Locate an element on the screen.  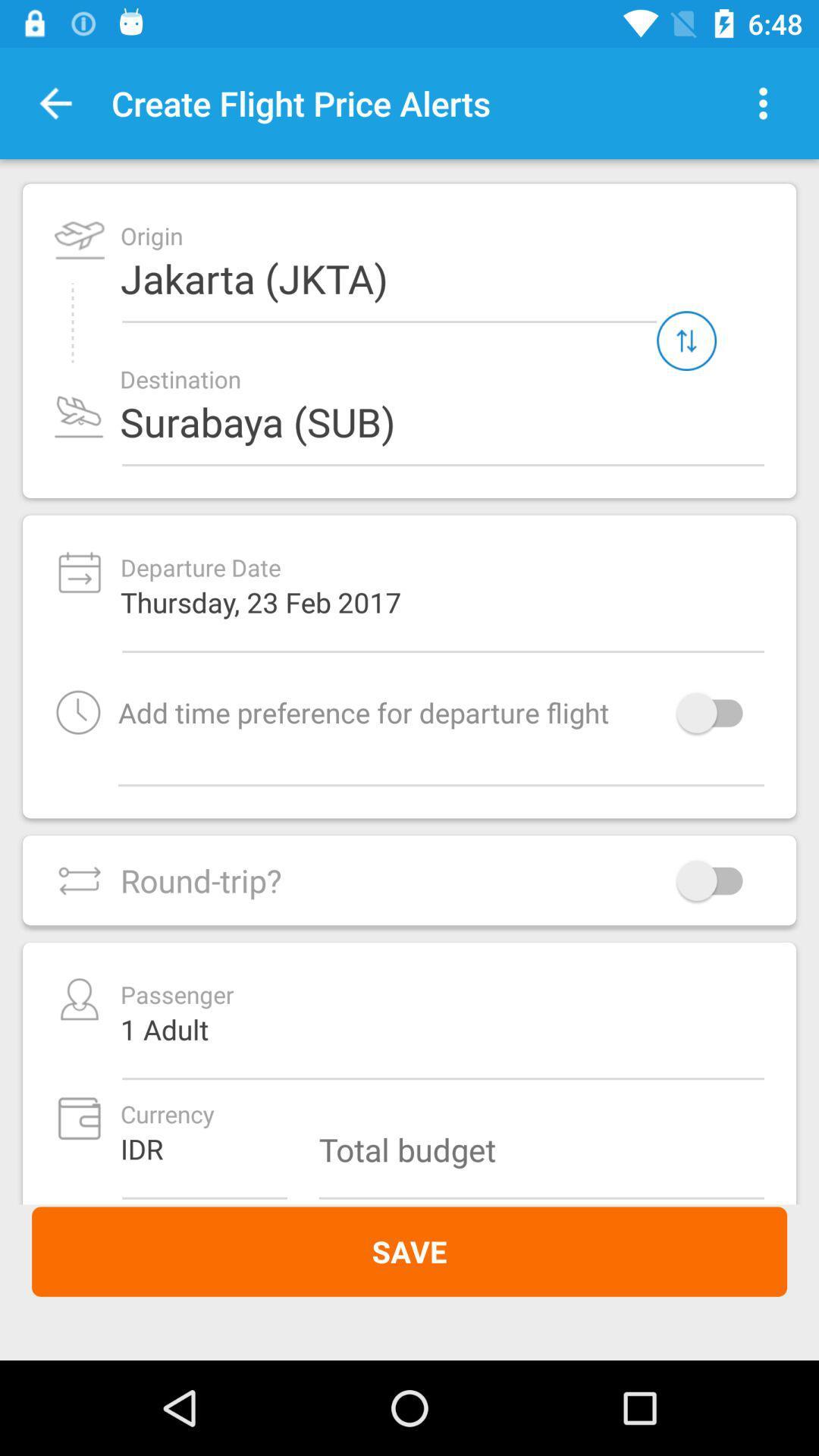
round trip button is located at coordinates (717, 880).